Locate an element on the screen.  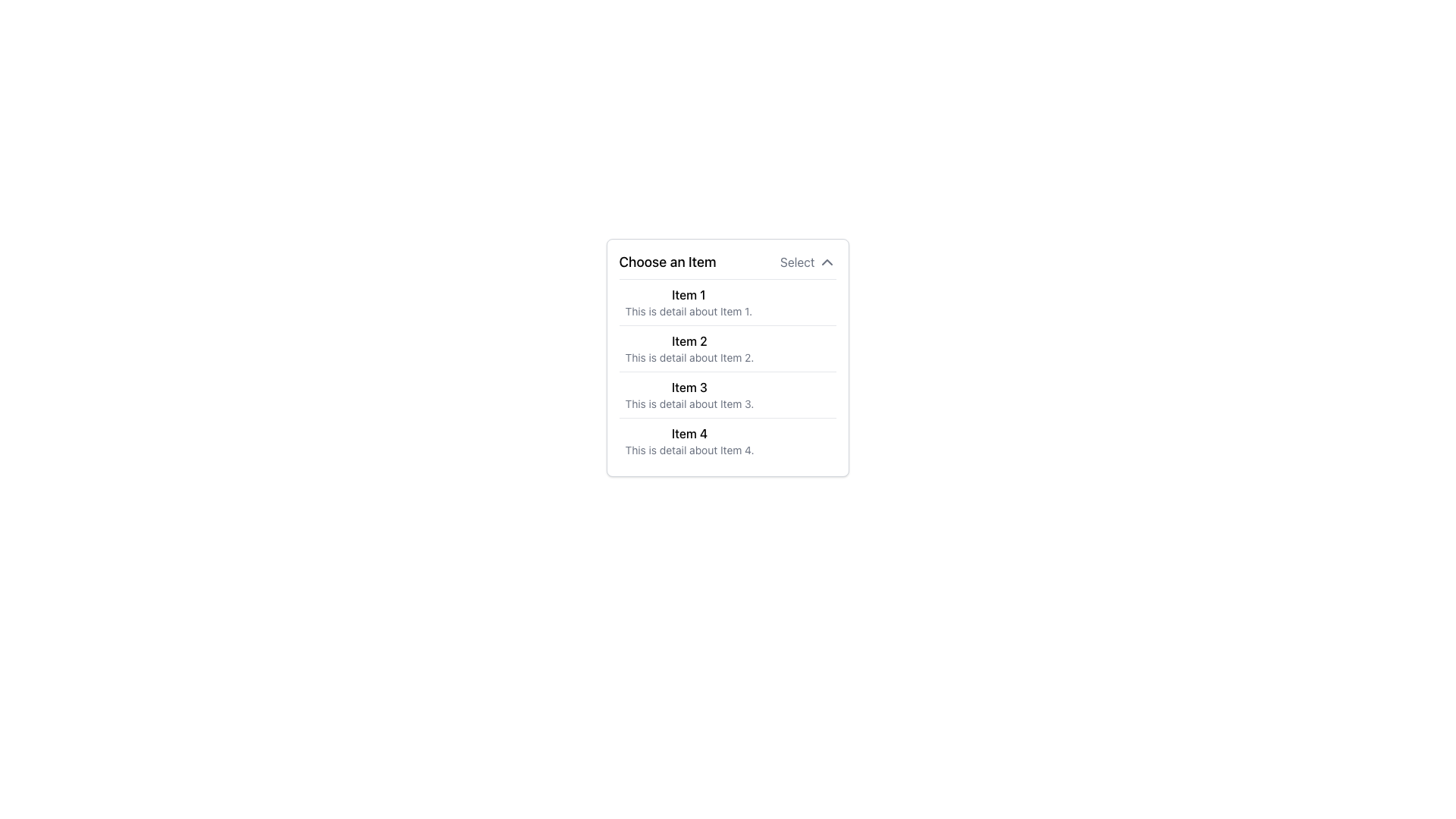
the second list item titled 'Item 2', which contains a descriptive text below it is located at coordinates (689, 348).